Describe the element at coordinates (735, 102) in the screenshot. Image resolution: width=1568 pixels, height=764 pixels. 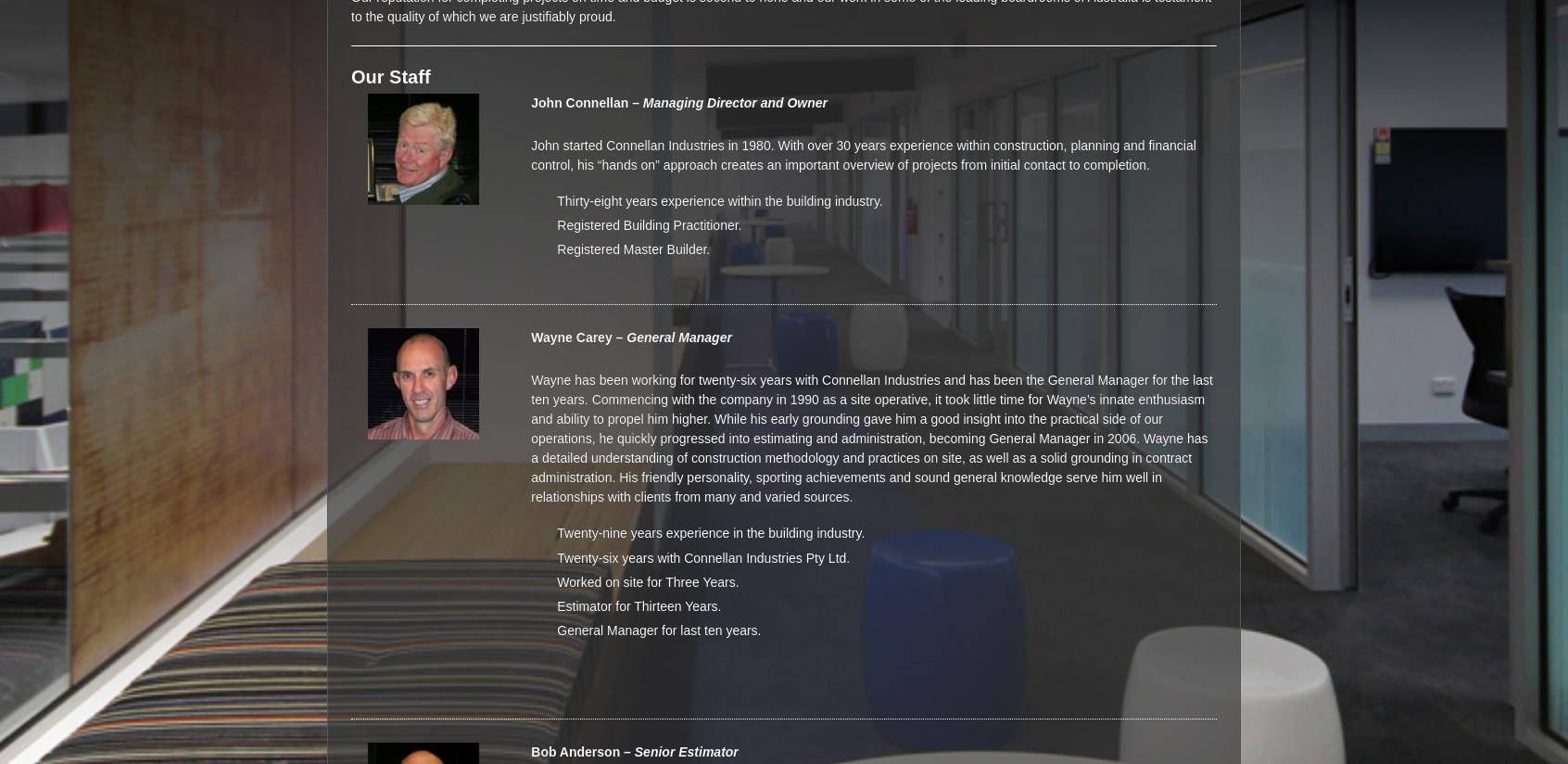
I see `'Managing Director and Owner'` at that location.